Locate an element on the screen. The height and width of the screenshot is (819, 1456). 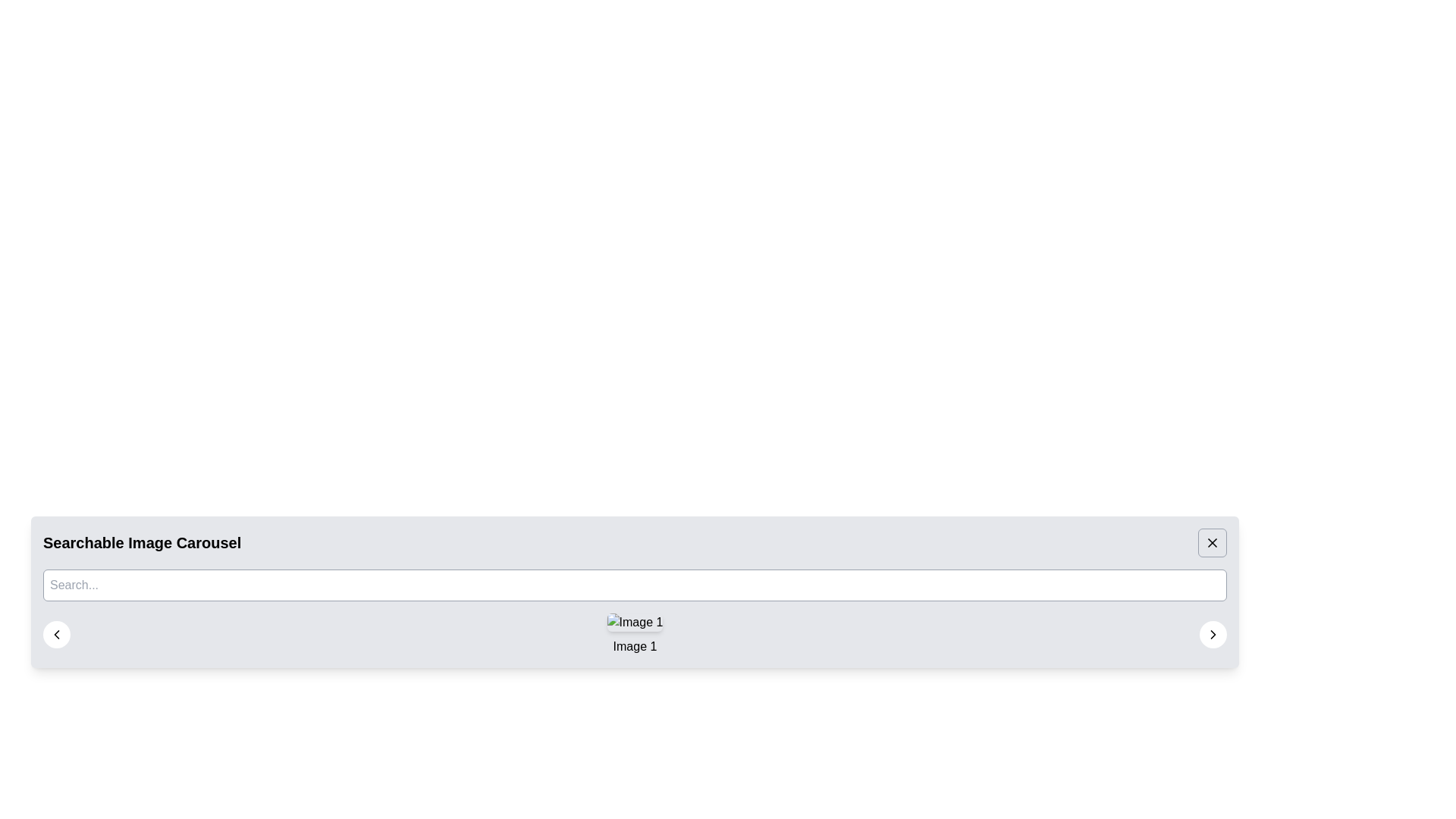
on the image block labeled 'Image 1' is located at coordinates (635, 635).